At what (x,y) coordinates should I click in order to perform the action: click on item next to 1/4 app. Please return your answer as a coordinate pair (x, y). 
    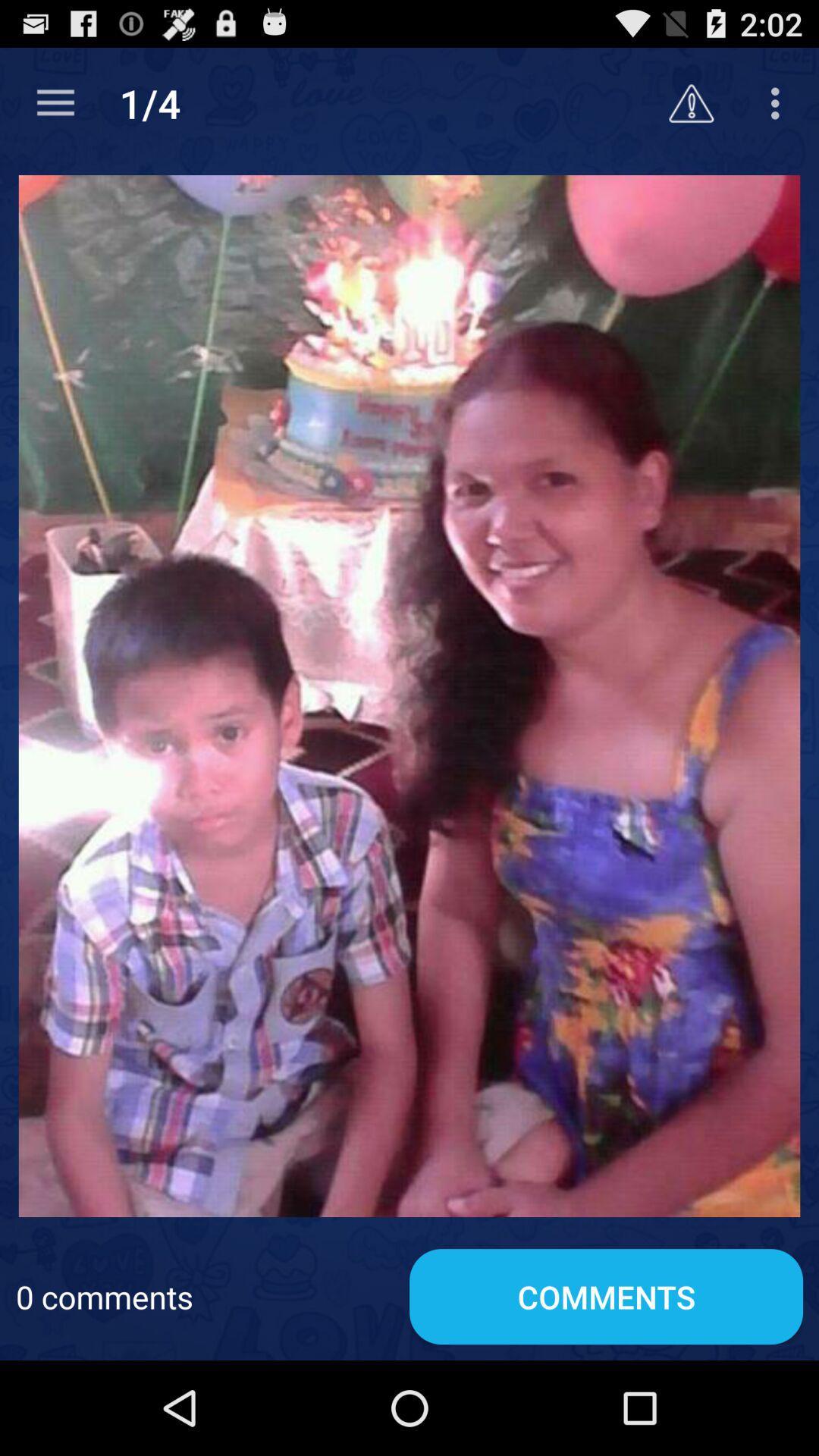
    Looking at the image, I should click on (691, 102).